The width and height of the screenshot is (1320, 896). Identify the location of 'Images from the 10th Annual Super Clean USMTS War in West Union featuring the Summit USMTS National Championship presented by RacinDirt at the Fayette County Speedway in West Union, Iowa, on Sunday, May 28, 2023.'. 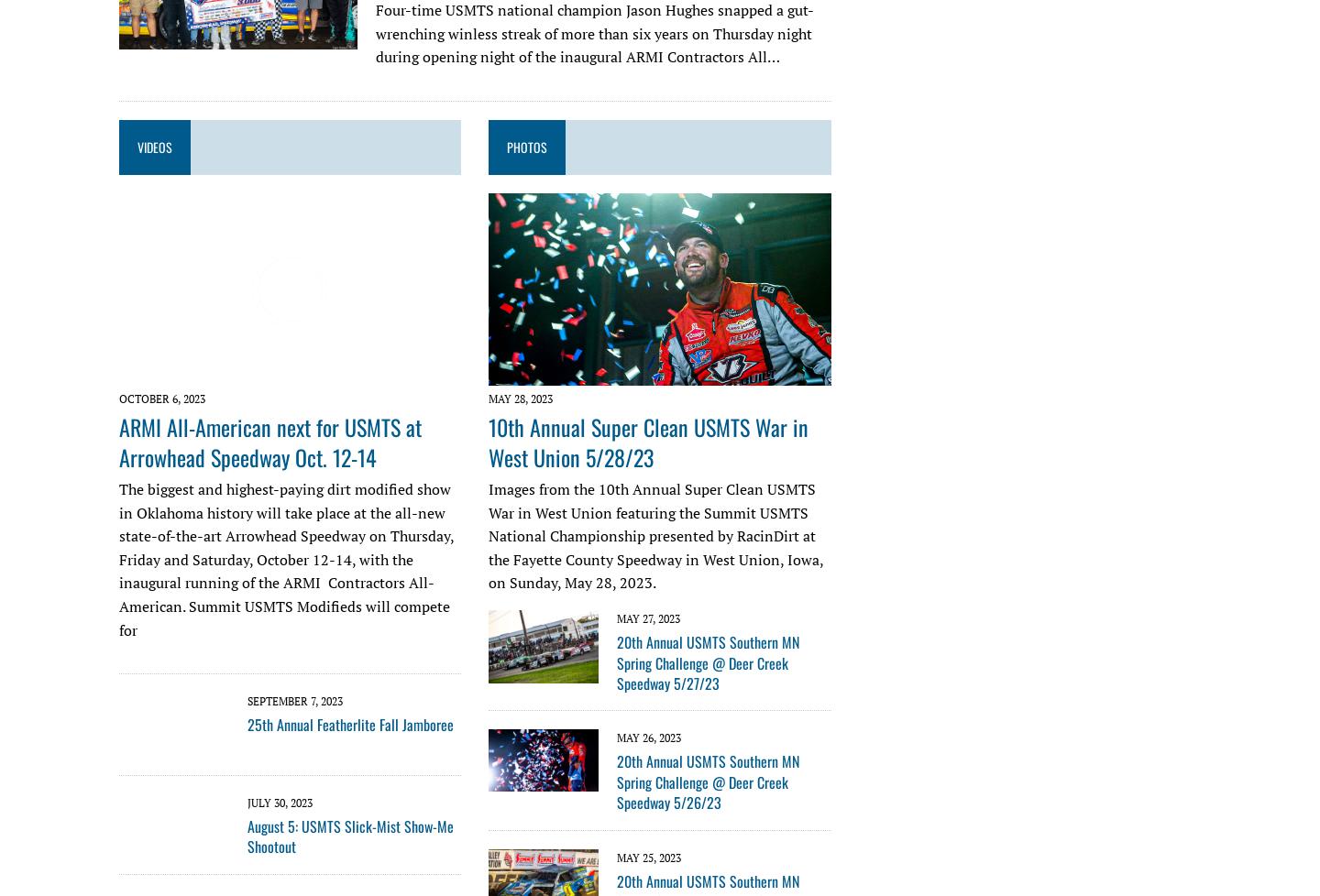
(655, 535).